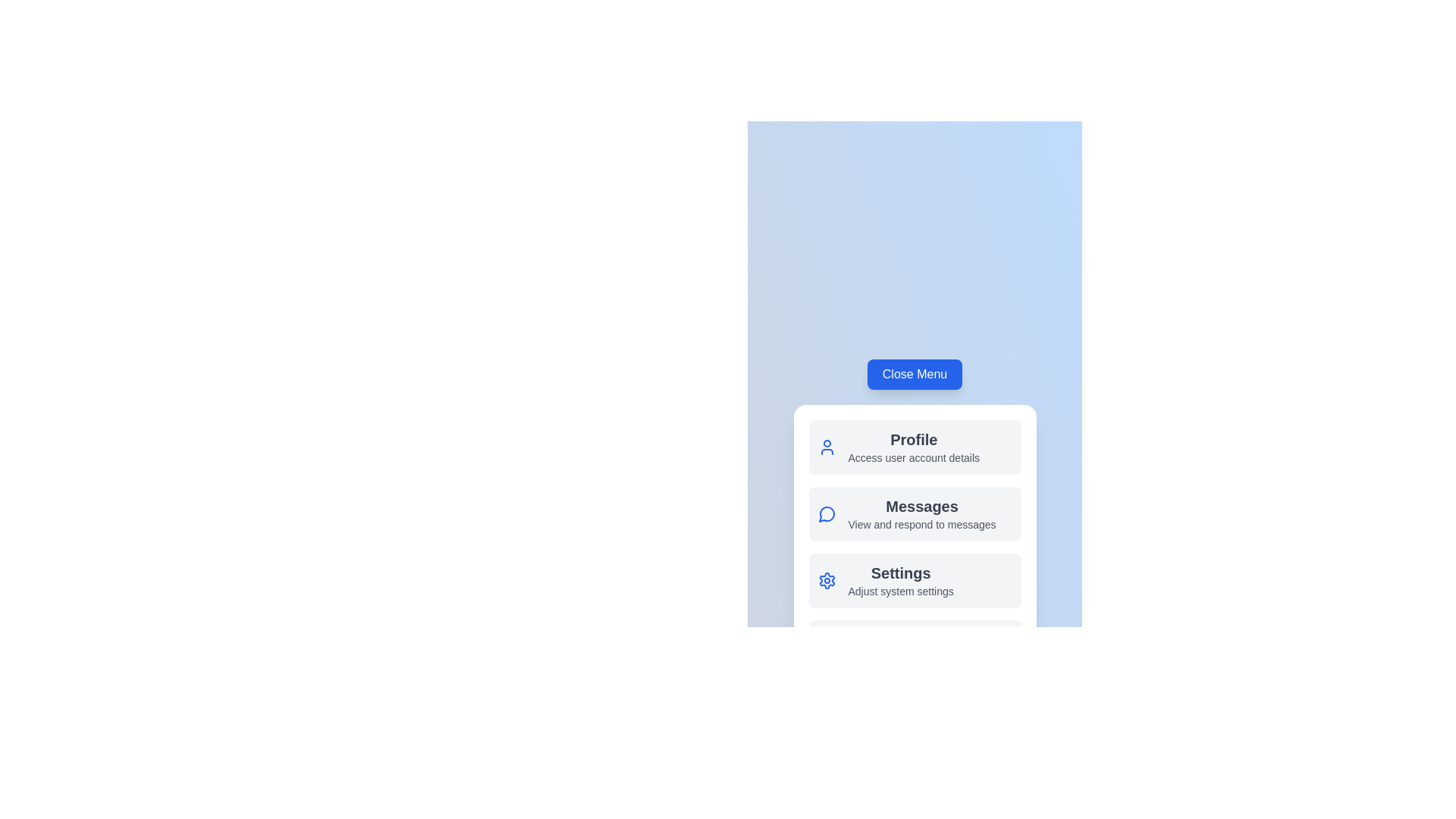  What do you see at coordinates (914, 447) in the screenshot?
I see `the 'Profile' menu item to view user account details` at bounding box center [914, 447].